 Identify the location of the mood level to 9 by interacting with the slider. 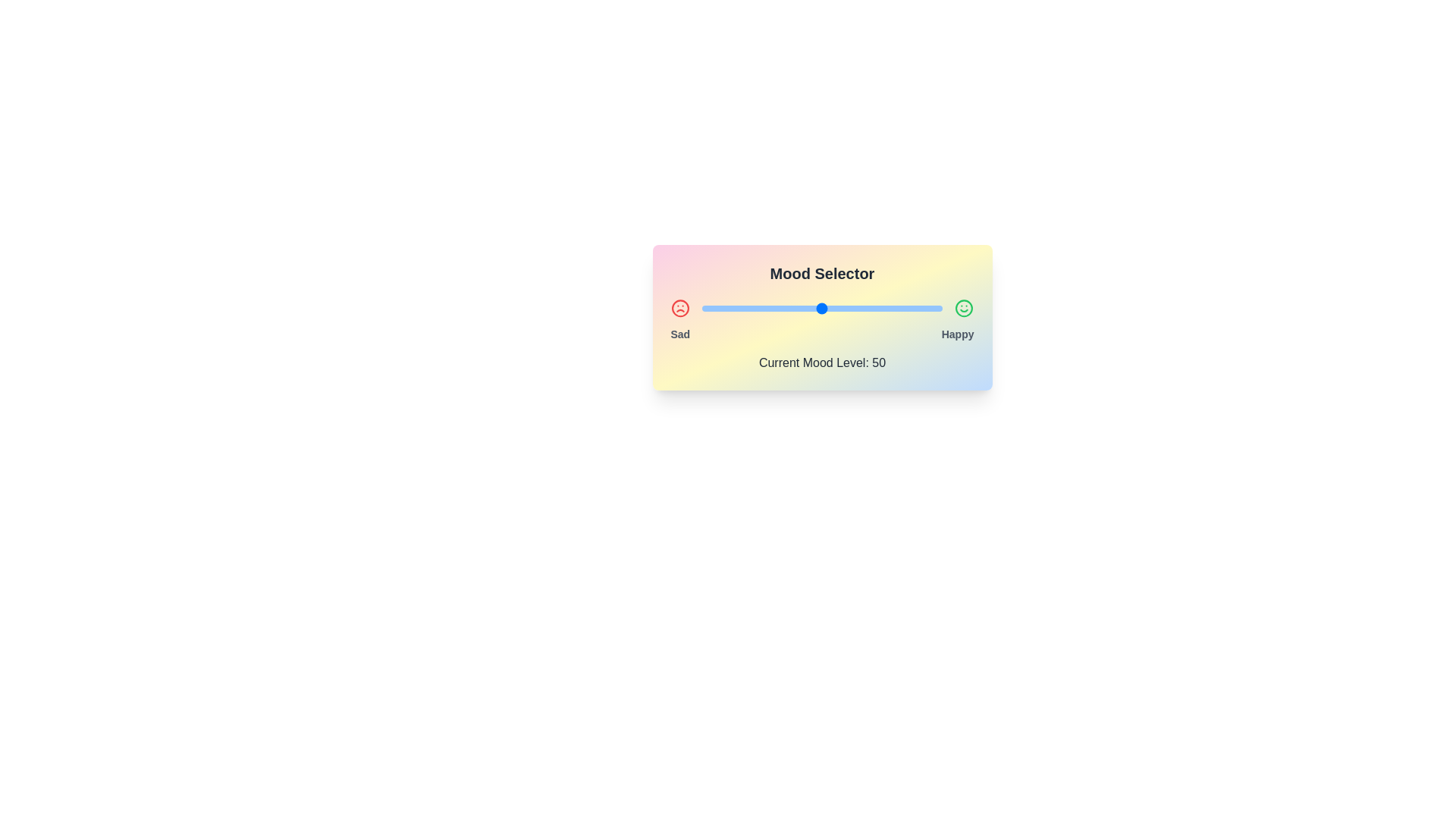
(723, 308).